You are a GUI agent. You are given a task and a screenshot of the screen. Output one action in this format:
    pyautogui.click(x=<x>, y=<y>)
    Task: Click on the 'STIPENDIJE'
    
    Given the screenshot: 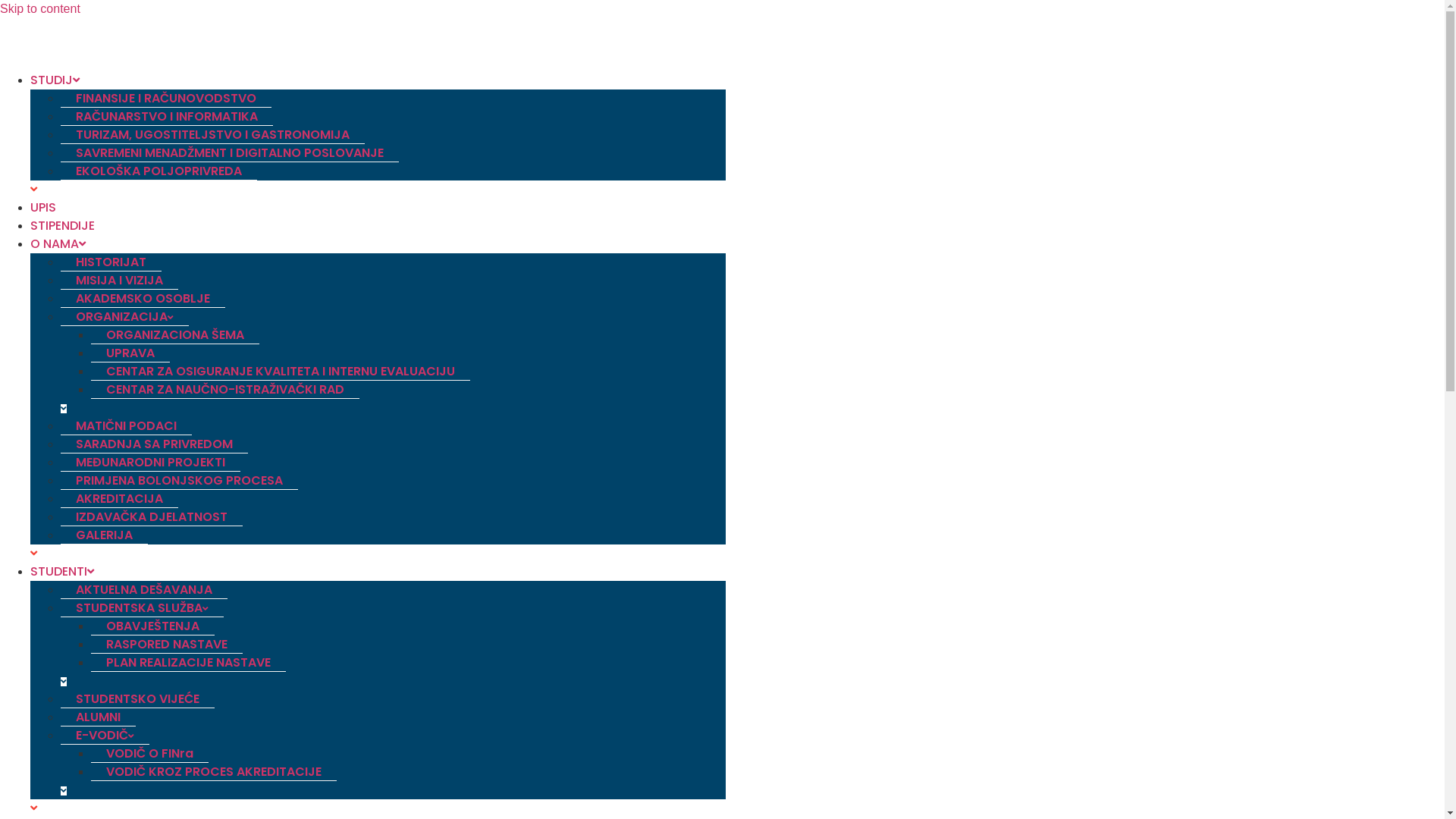 What is the action you would take?
    pyautogui.click(x=61, y=225)
    